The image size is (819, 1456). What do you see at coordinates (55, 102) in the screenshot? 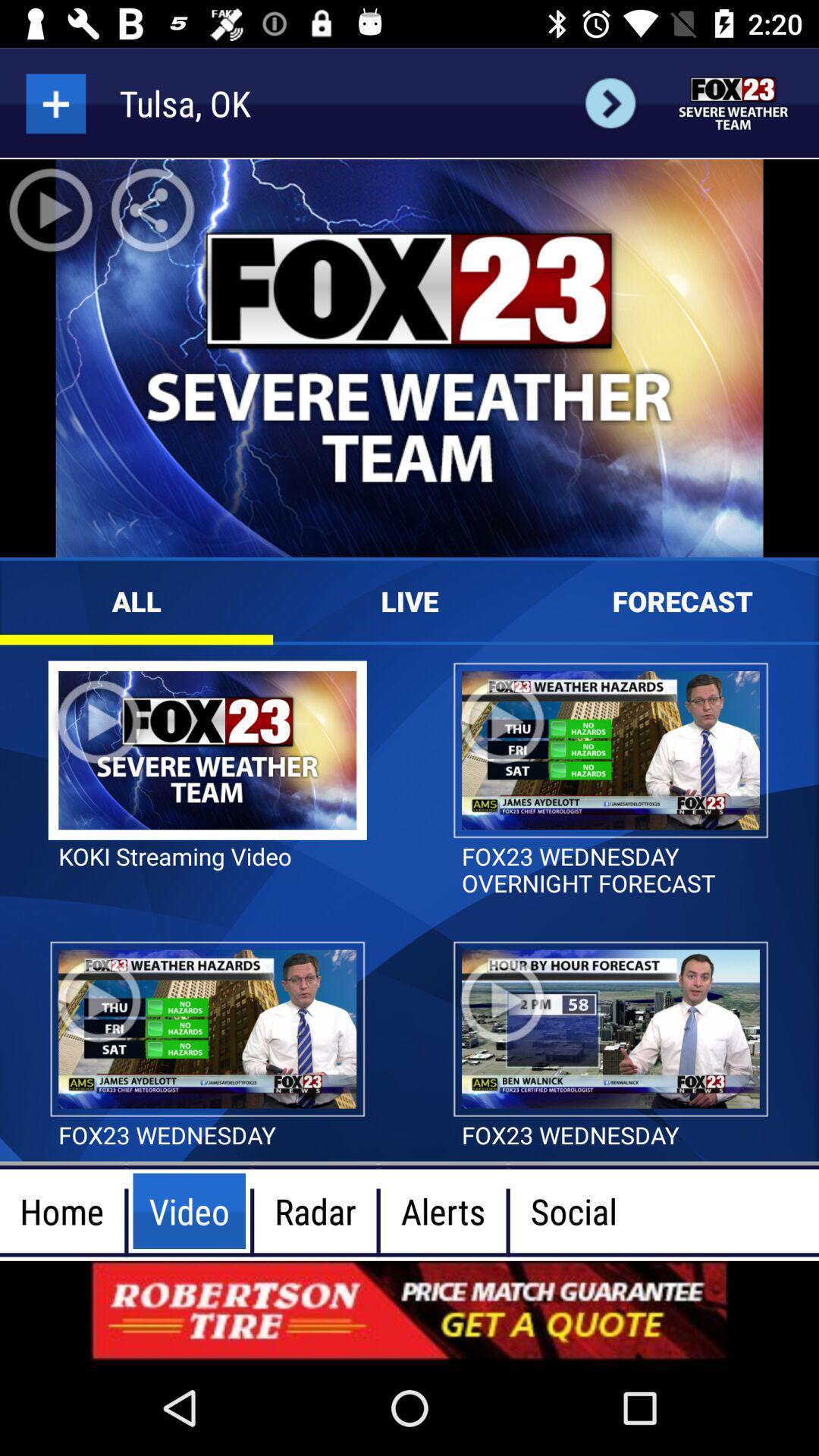
I see `more` at bounding box center [55, 102].